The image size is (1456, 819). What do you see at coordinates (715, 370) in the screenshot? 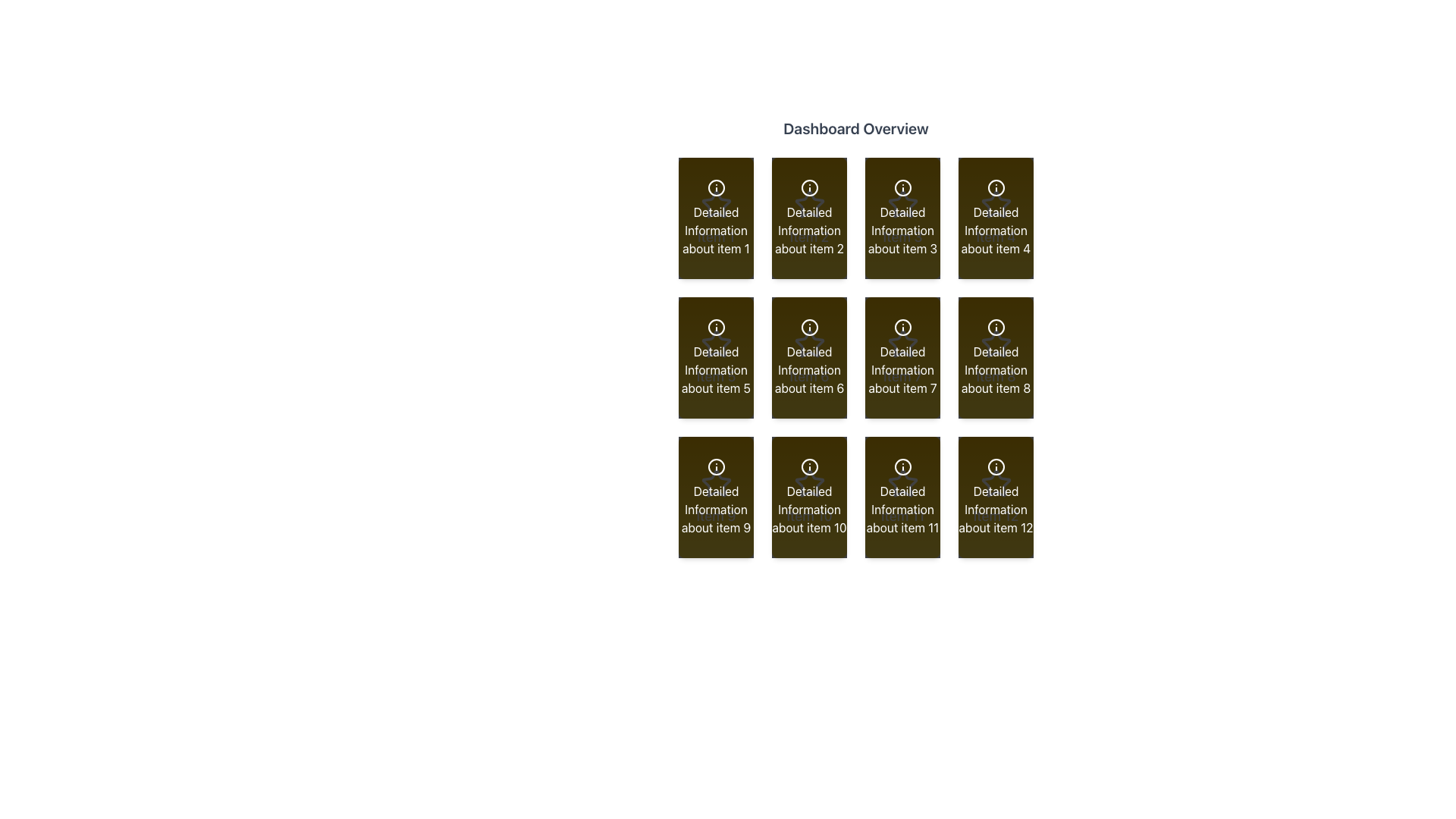
I see `the static text label displaying details about 'item 5', located in the second row, first column of the grid layout` at bounding box center [715, 370].